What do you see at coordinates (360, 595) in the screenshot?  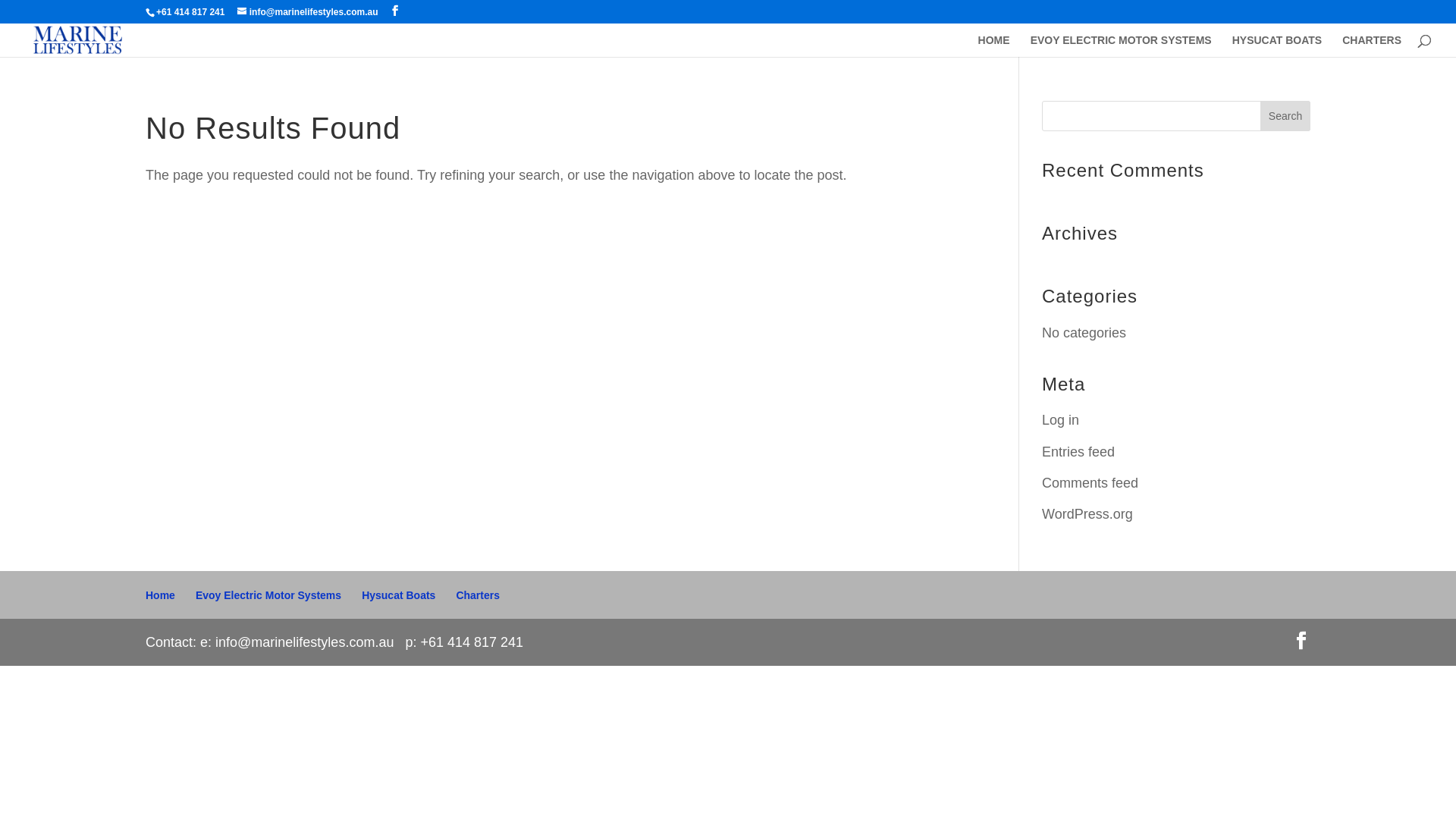 I see `'Hysucat Boats'` at bounding box center [360, 595].